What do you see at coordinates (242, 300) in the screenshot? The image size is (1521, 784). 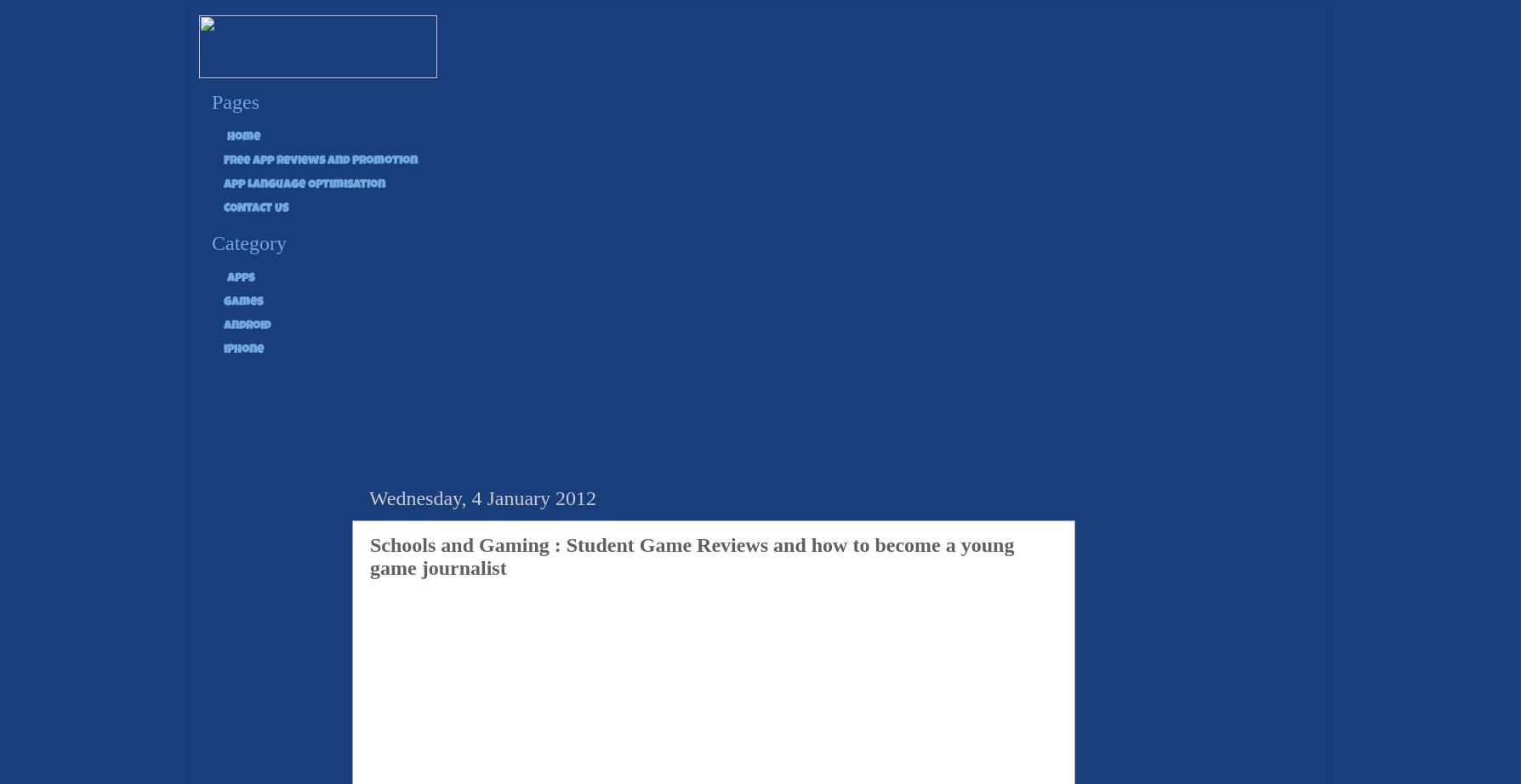 I see `'Games'` at bounding box center [242, 300].